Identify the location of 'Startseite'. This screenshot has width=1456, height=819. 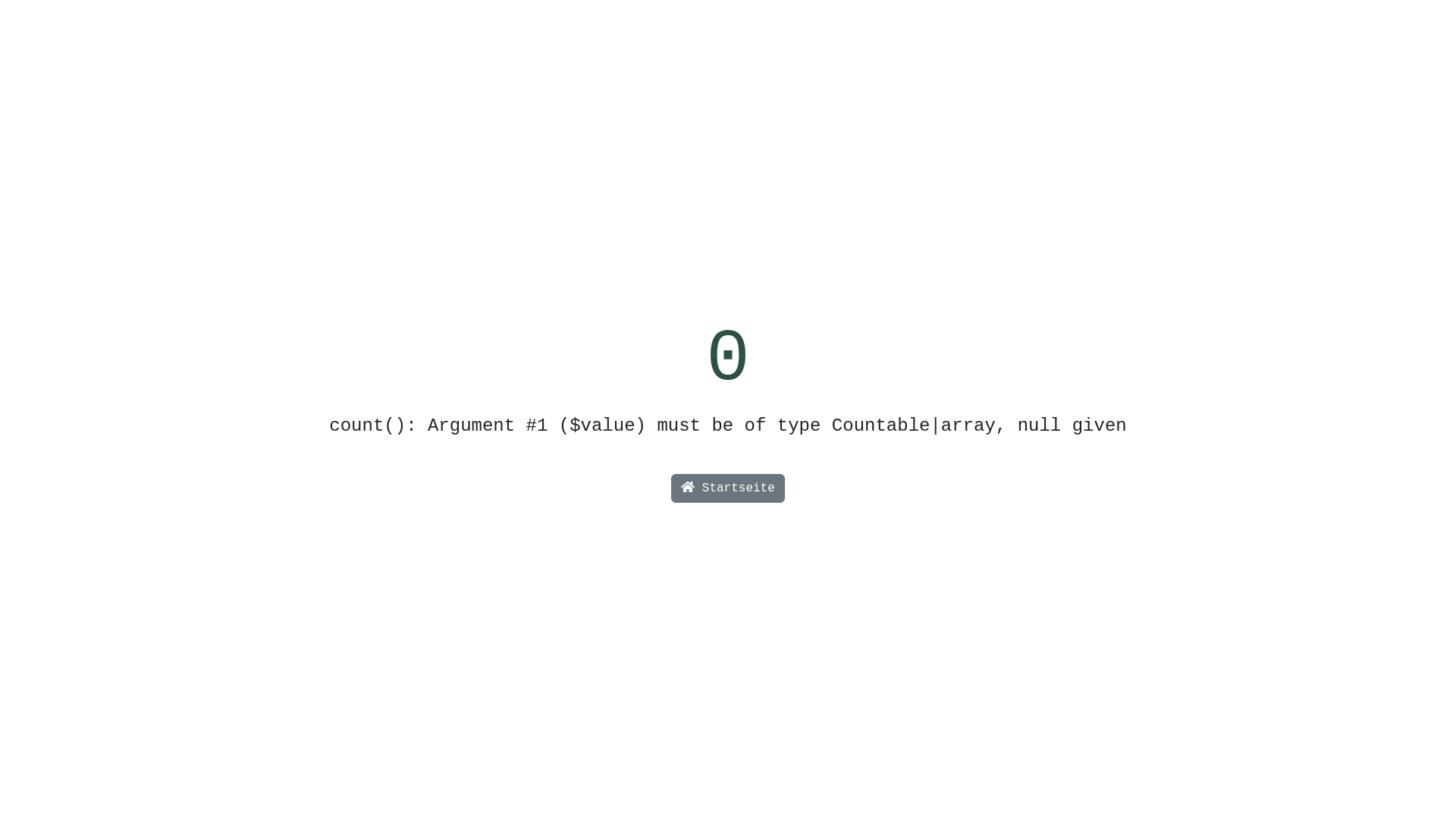
(728, 488).